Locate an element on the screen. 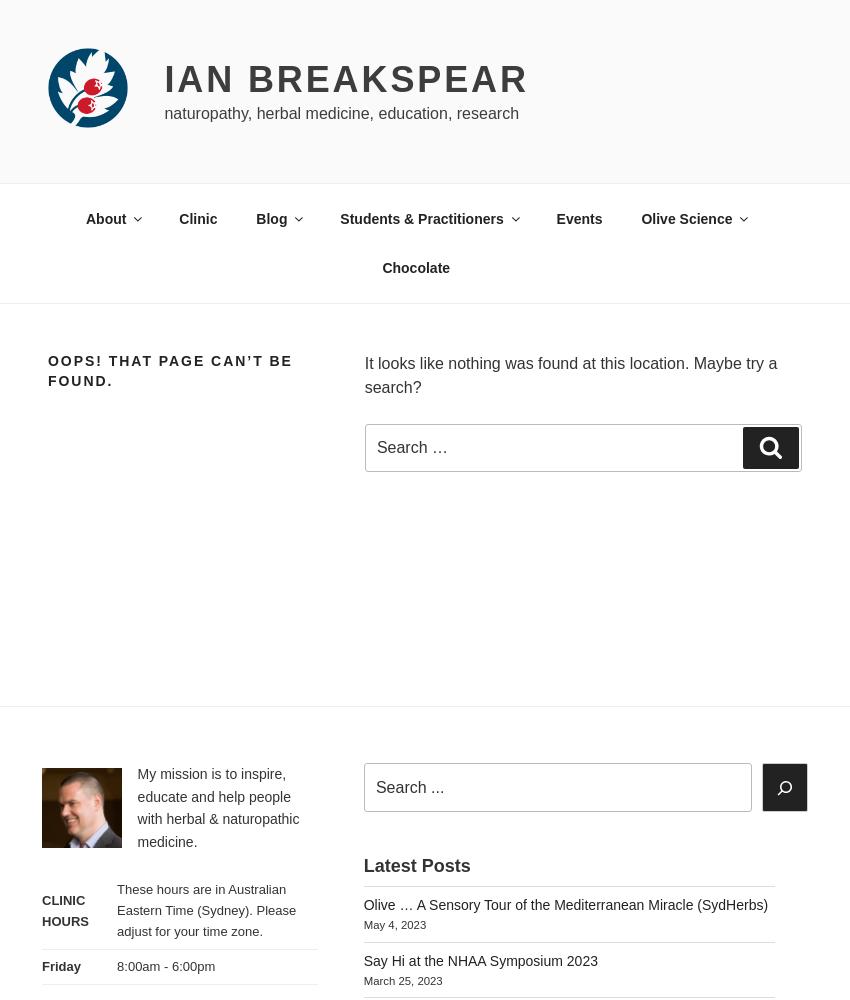 The width and height of the screenshot is (850, 1000). 'Chocolate' is located at coordinates (415, 267).